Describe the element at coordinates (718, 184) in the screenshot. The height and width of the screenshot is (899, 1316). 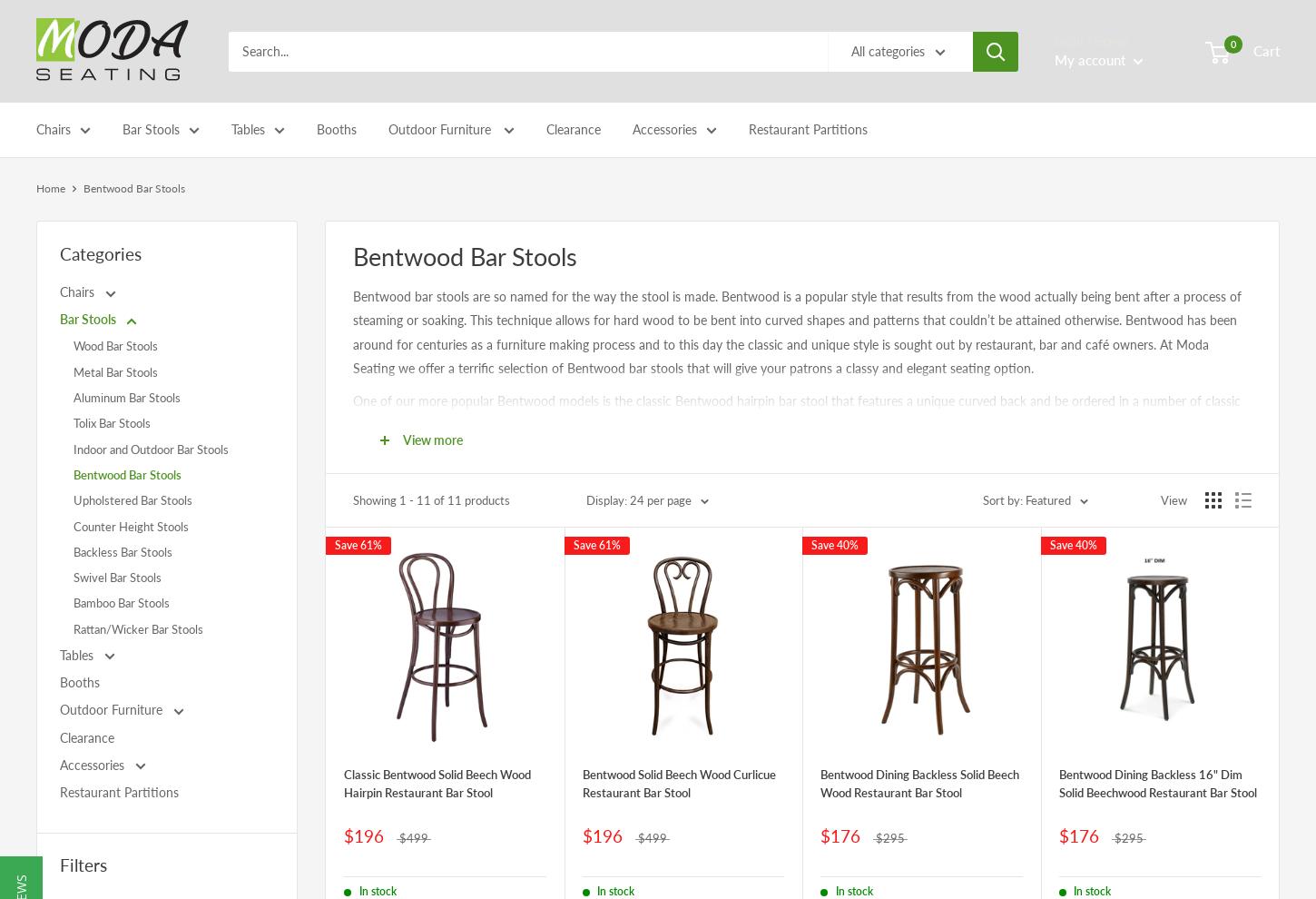
I see `'Trash & Recycling Containers'` at that location.